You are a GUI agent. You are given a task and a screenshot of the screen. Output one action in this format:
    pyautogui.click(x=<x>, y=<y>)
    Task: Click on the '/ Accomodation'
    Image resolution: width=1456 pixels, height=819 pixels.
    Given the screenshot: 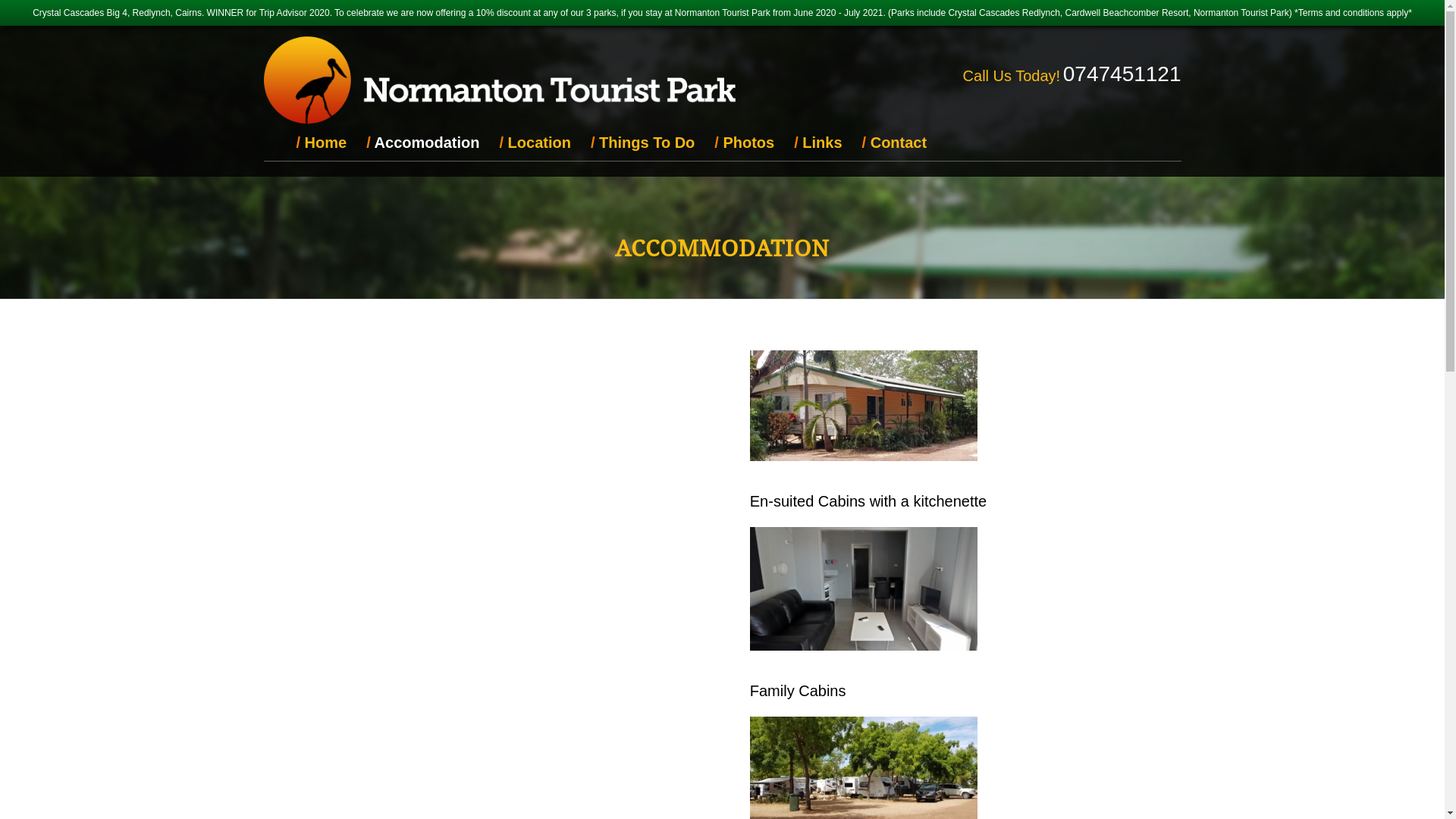 What is the action you would take?
    pyautogui.click(x=356, y=143)
    